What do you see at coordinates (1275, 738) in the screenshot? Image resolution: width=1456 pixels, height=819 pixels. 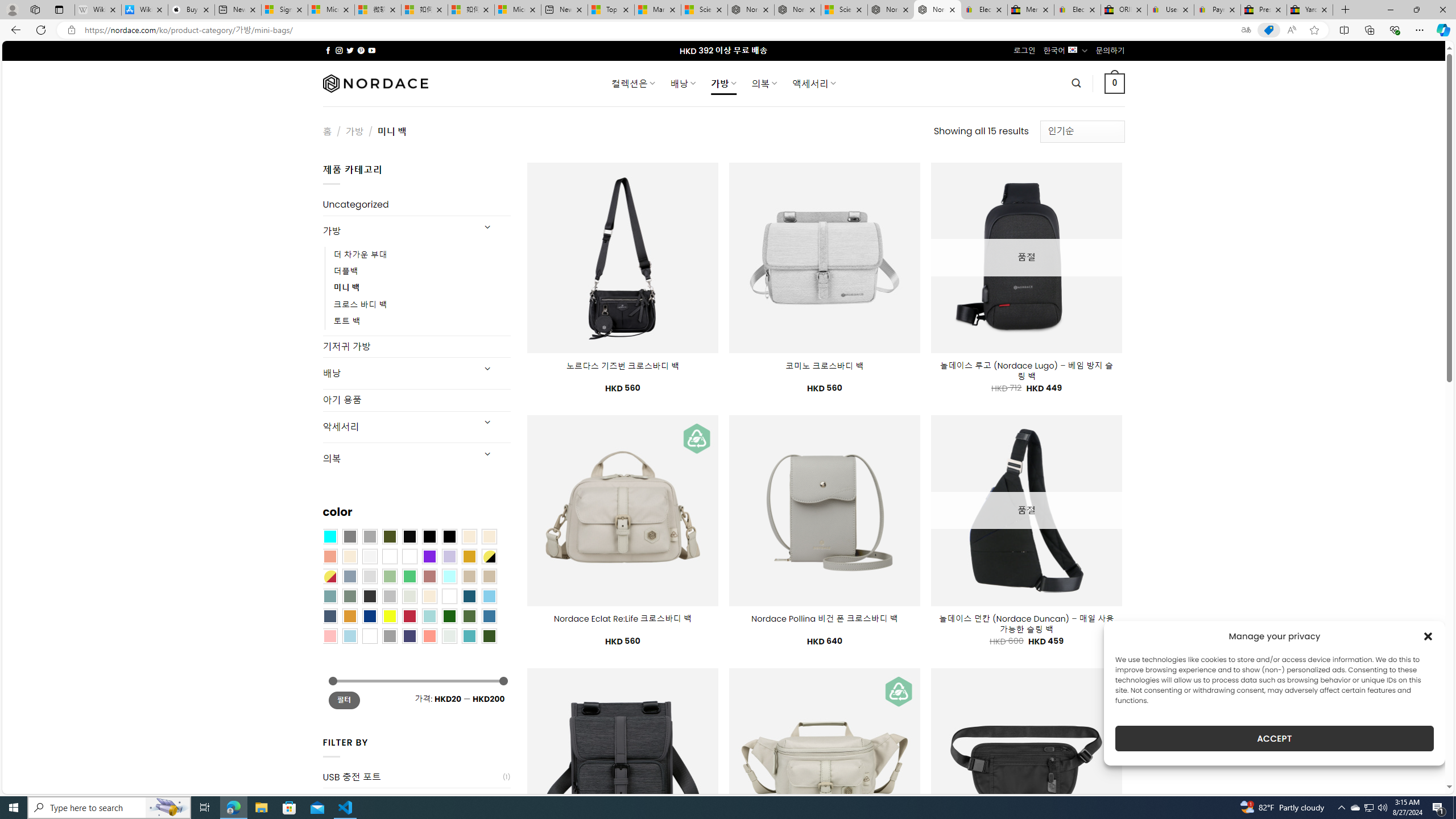 I see `'ACCEPT'` at bounding box center [1275, 738].